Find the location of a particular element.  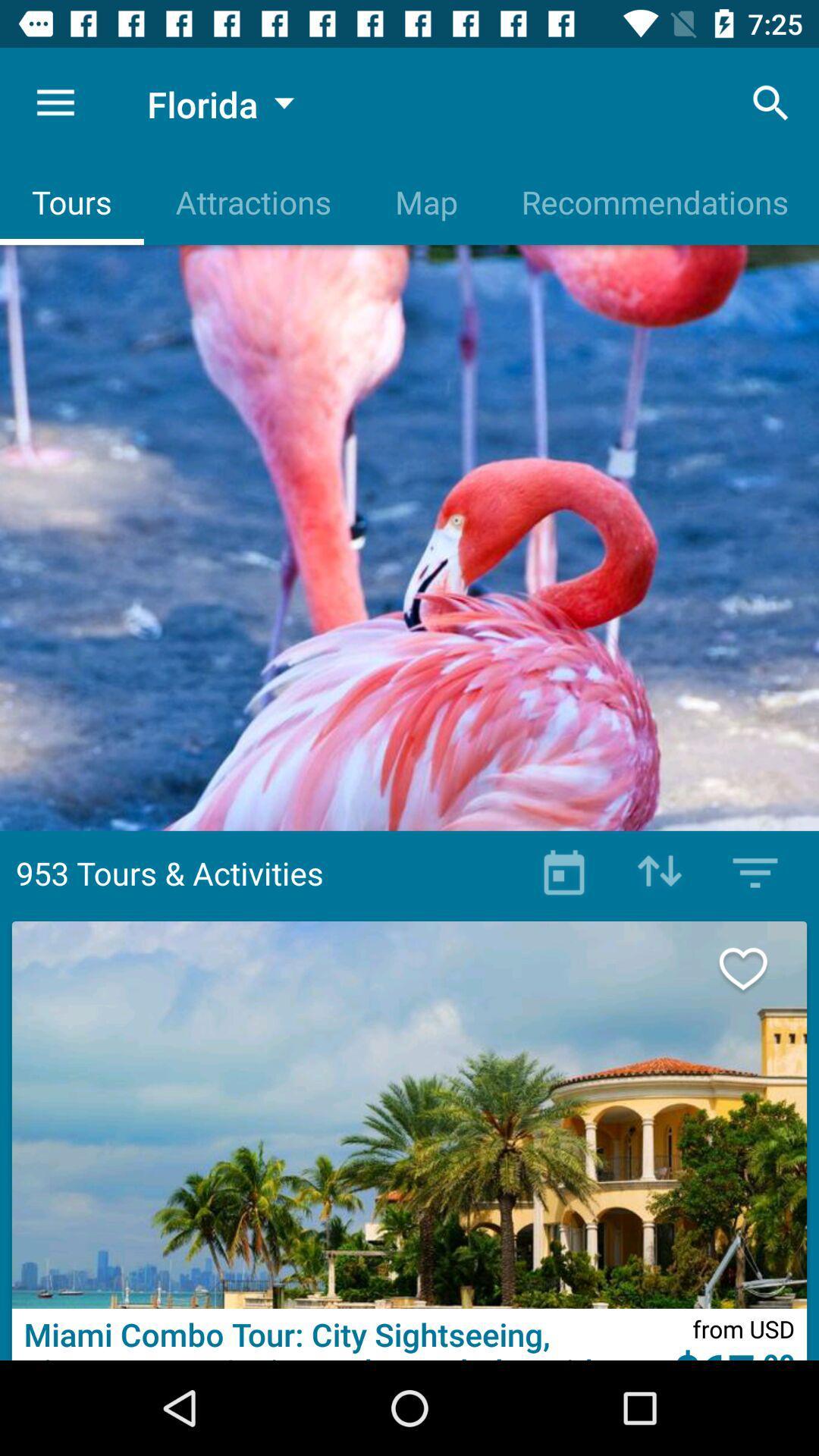

book is located at coordinates (564, 873).